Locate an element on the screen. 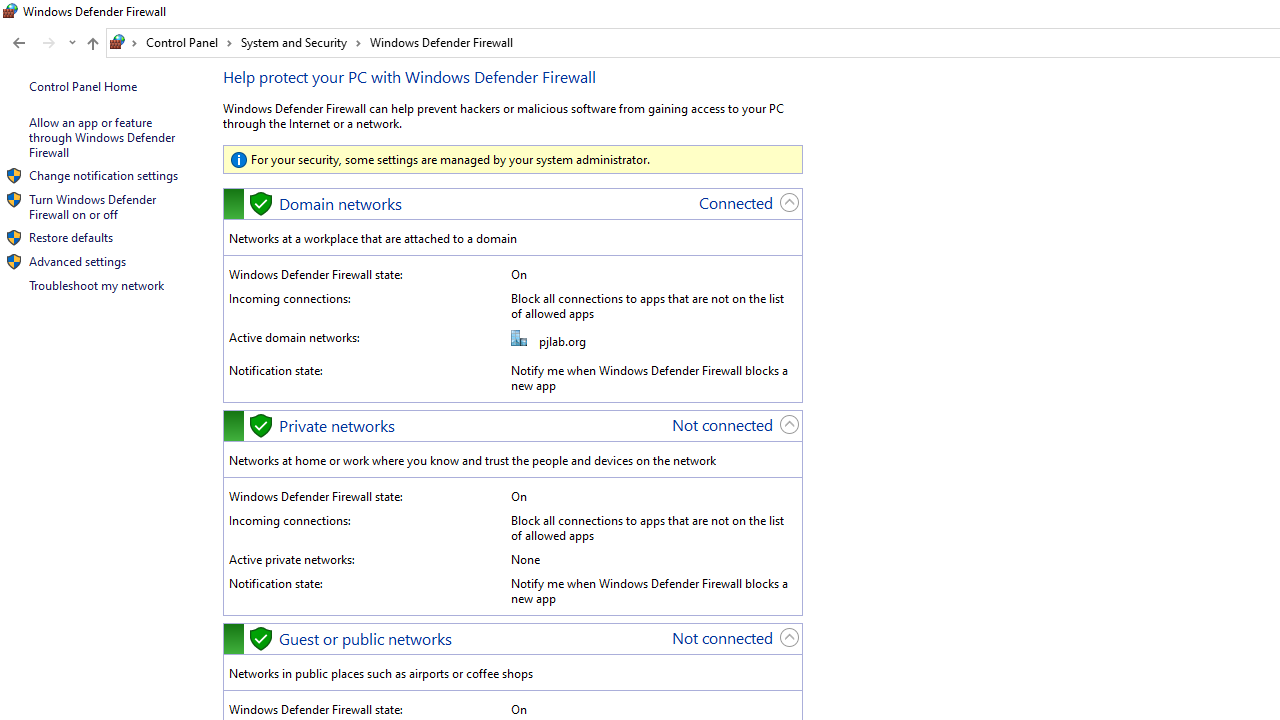 The height and width of the screenshot is (720, 1280). 'Back to Allowed apps (Alt + Left Arrow)' is located at coordinates (19, 43).